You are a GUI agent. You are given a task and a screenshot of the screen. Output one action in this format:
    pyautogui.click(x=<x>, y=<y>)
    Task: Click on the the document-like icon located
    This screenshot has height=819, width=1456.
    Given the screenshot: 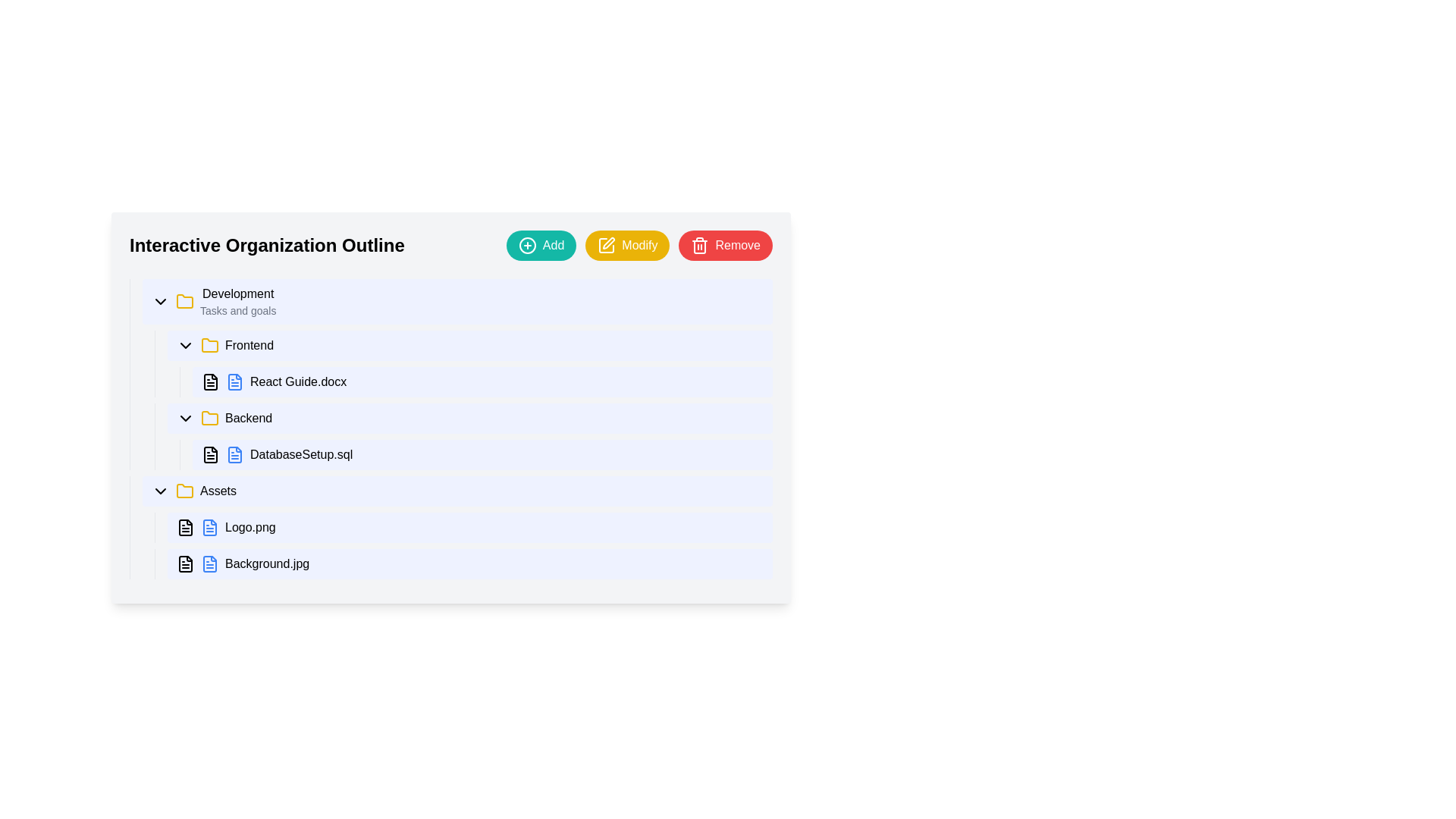 What is the action you would take?
    pyautogui.click(x=184, y=526)
    